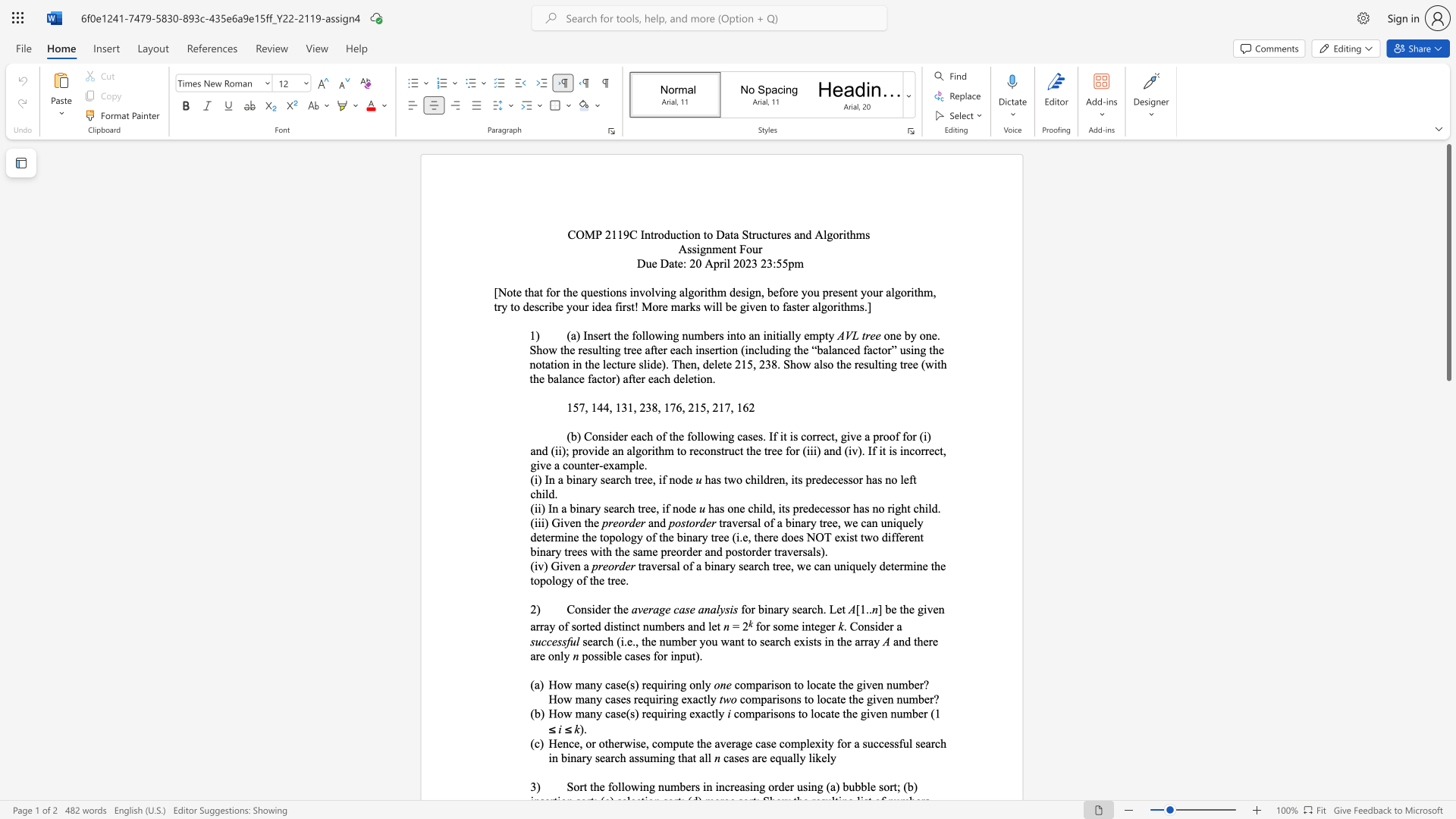 This screenshot has height=819, width=1456. What do you see at coordinates (763, 479) in the screenshot?
I see `the subset text "dr" within the text "has two children, its predecessor has no left child."` at bounding box center [763, 479].